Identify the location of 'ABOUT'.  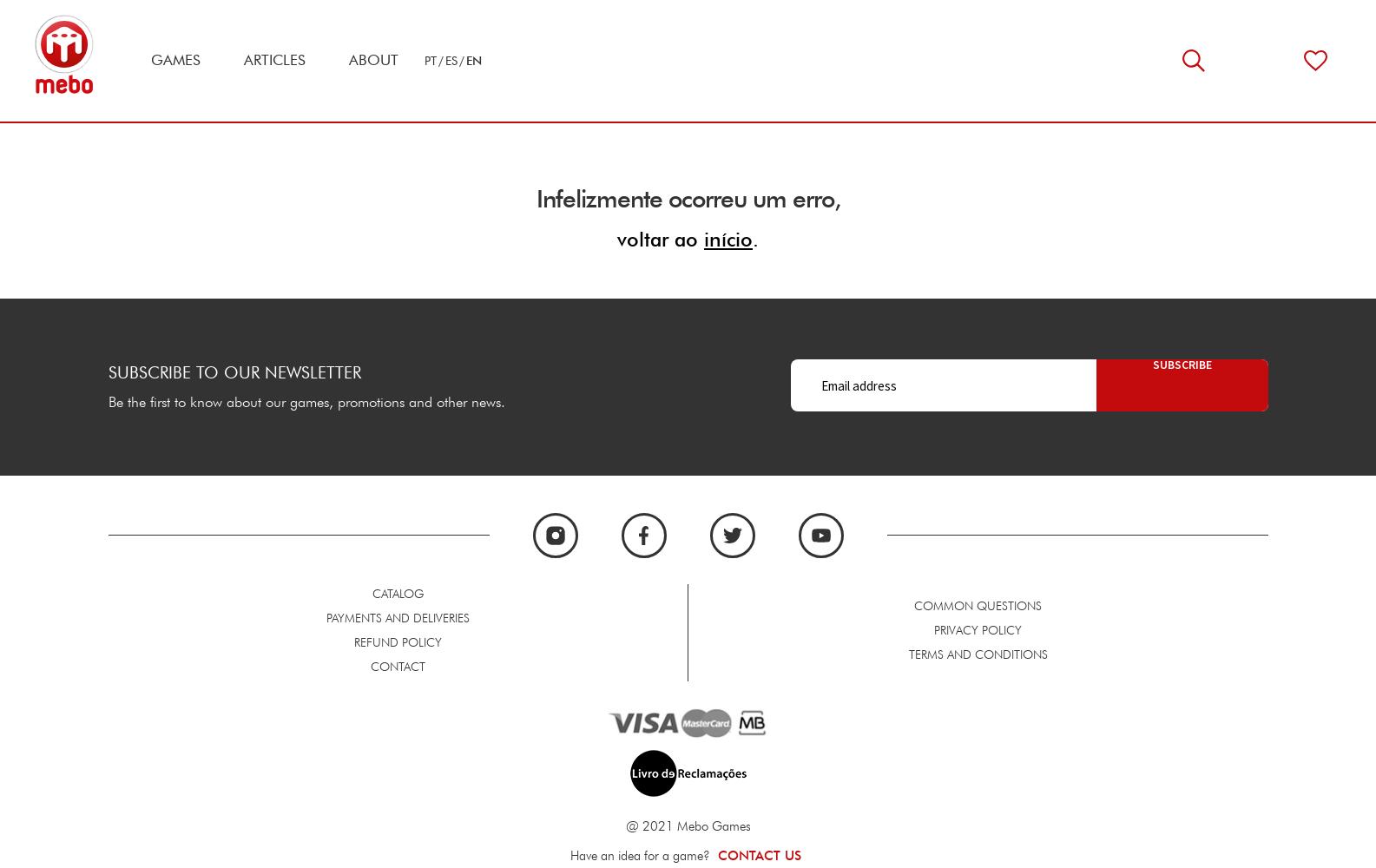
(372, 59).